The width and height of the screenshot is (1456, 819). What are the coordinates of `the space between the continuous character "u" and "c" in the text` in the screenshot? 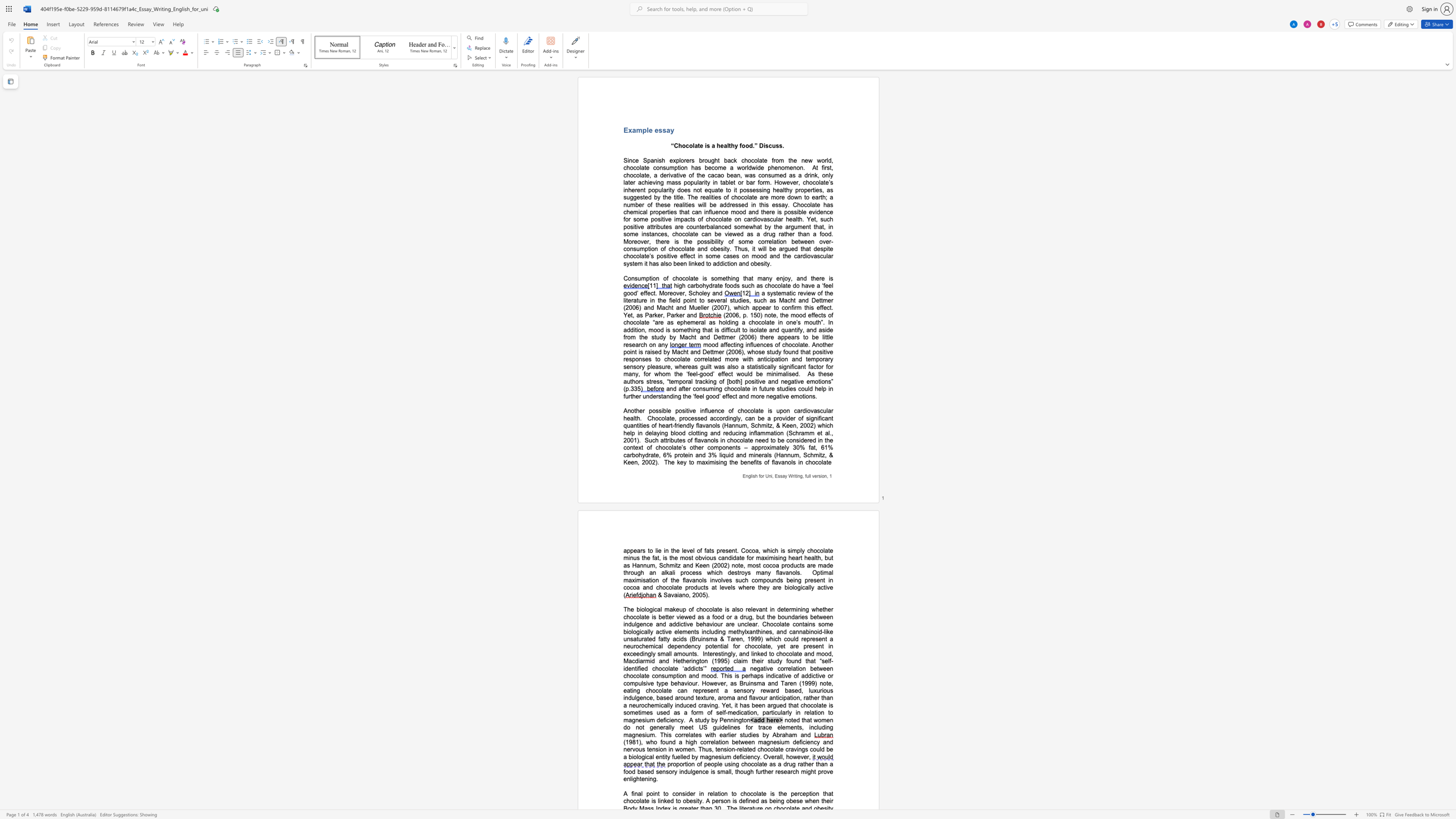 It's located at (735, 432).